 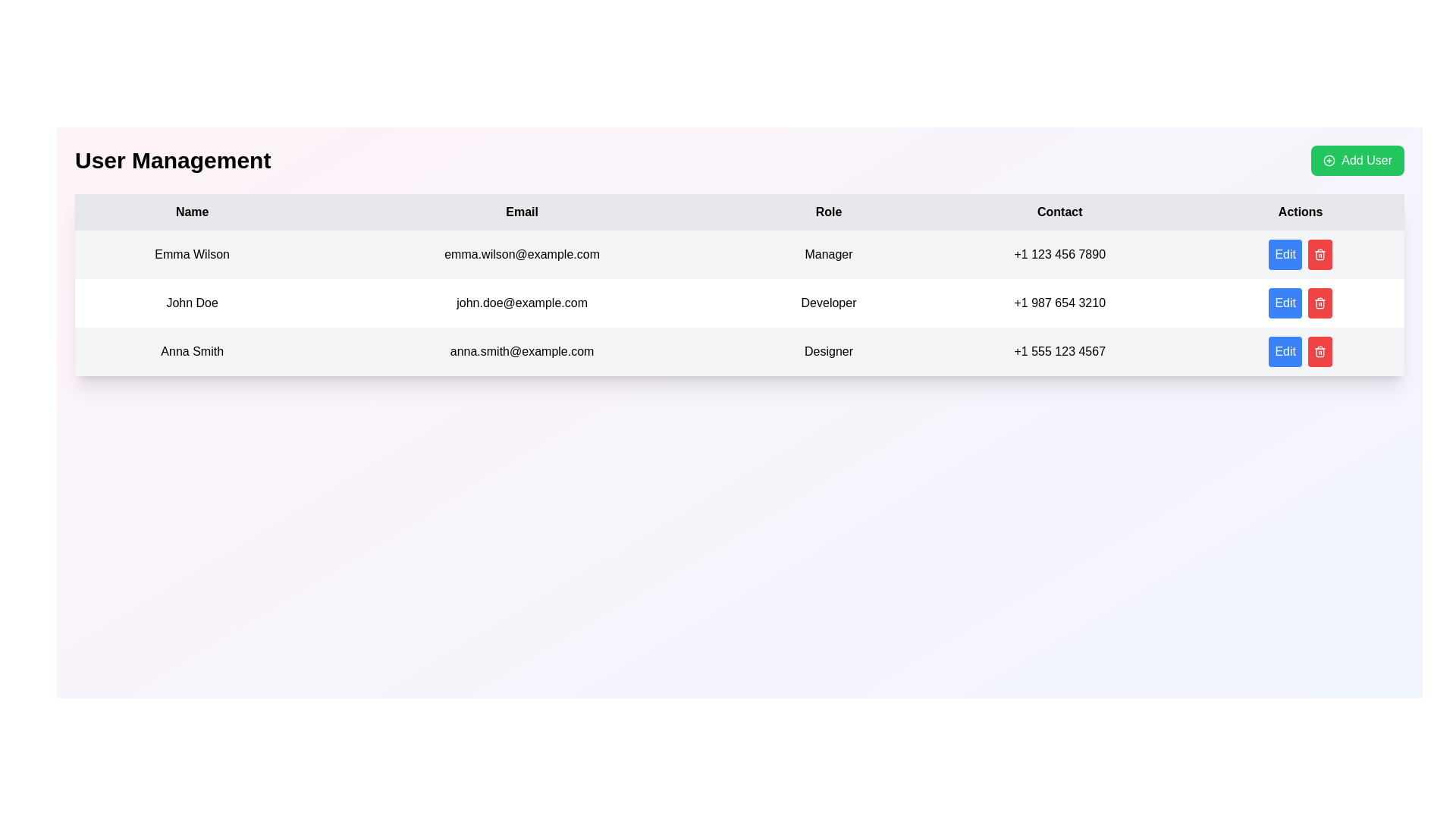 I want to click on the trash can icon button in the 'Actions' column of the row for 'Anna Smith', so click(x=1318, y=351).